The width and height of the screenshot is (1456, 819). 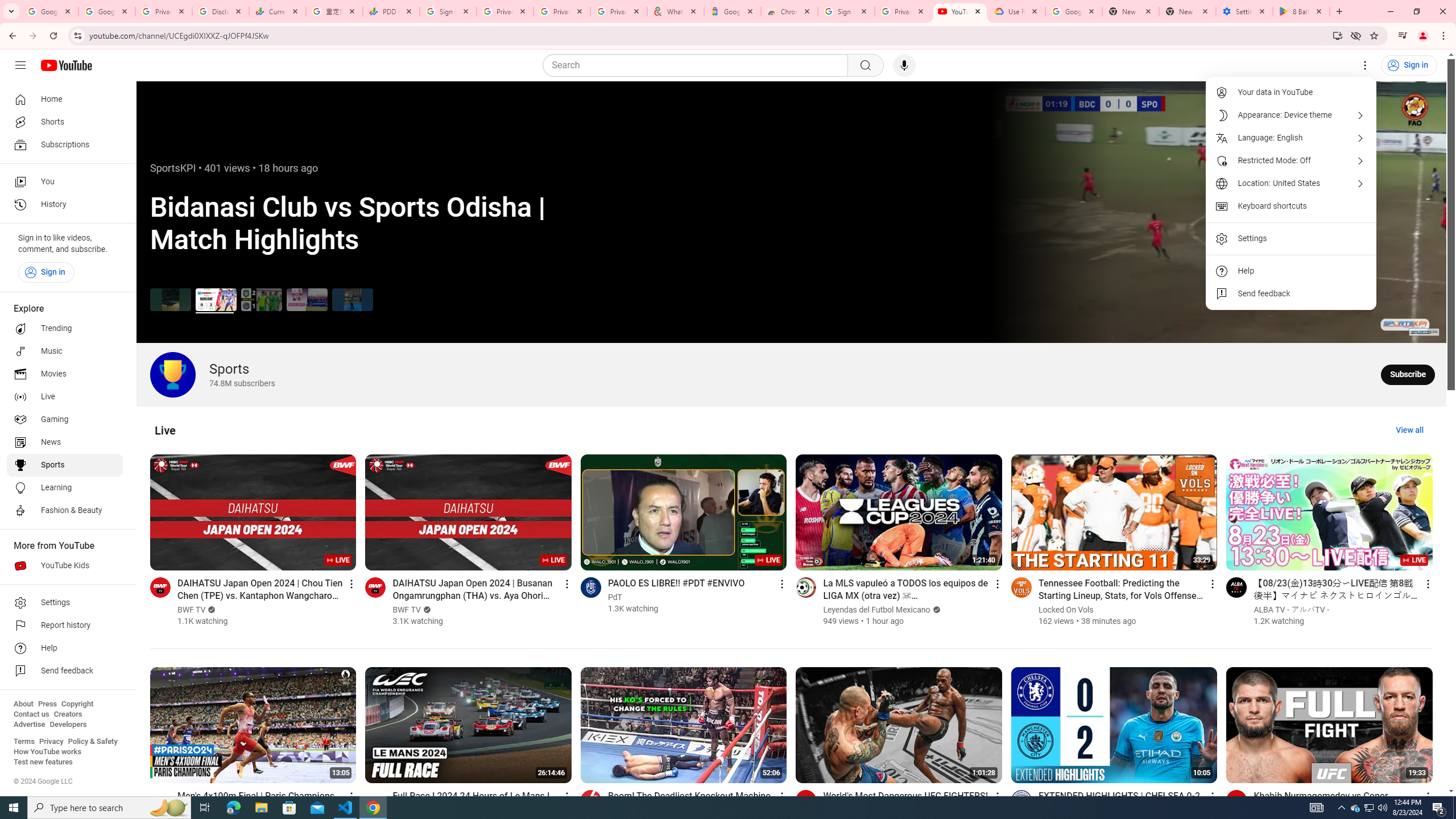 What do you see at coordinates (1066, 610) in the screenshot?
I see `'Locked On Vols'` at bounding box center [1066, 610].